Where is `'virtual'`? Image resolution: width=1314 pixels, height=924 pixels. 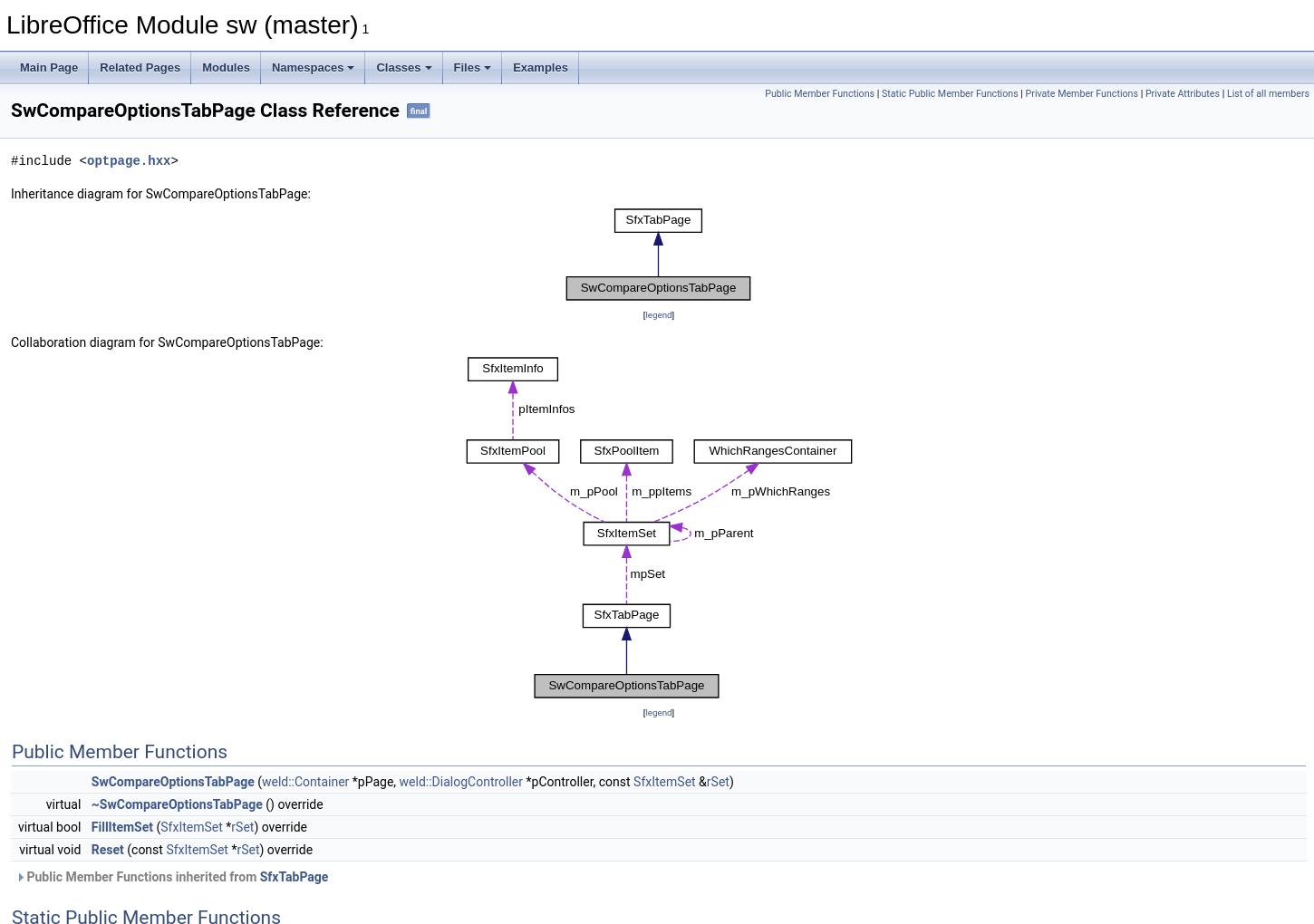 'virtual' is located at coordinates (64, 804).